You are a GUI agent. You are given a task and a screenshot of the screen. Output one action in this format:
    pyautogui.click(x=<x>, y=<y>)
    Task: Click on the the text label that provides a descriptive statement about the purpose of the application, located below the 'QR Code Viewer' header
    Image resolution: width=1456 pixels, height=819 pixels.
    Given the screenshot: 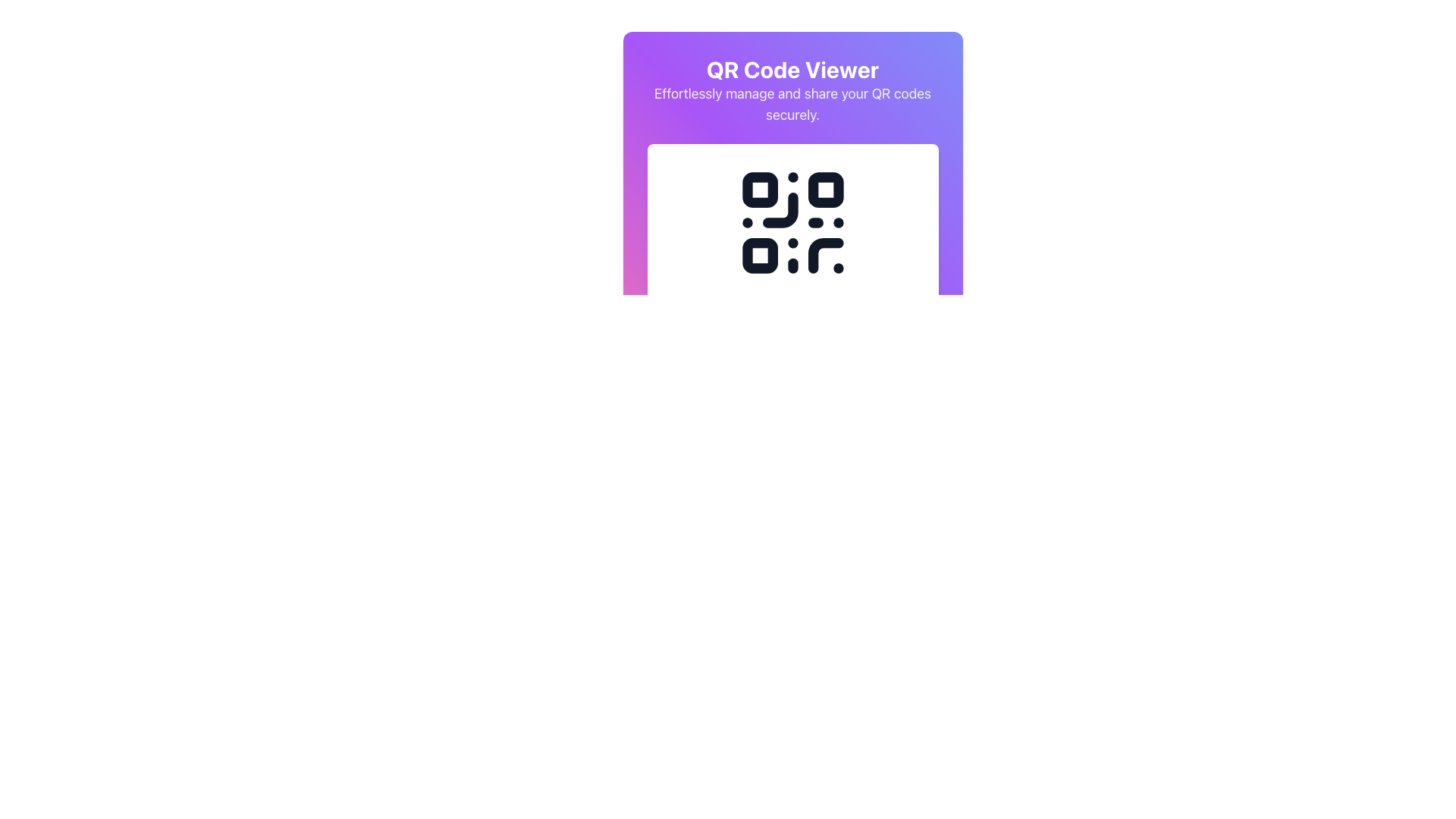 What is the action you would take?
    pyautogui.click(x=792, y=104)
    